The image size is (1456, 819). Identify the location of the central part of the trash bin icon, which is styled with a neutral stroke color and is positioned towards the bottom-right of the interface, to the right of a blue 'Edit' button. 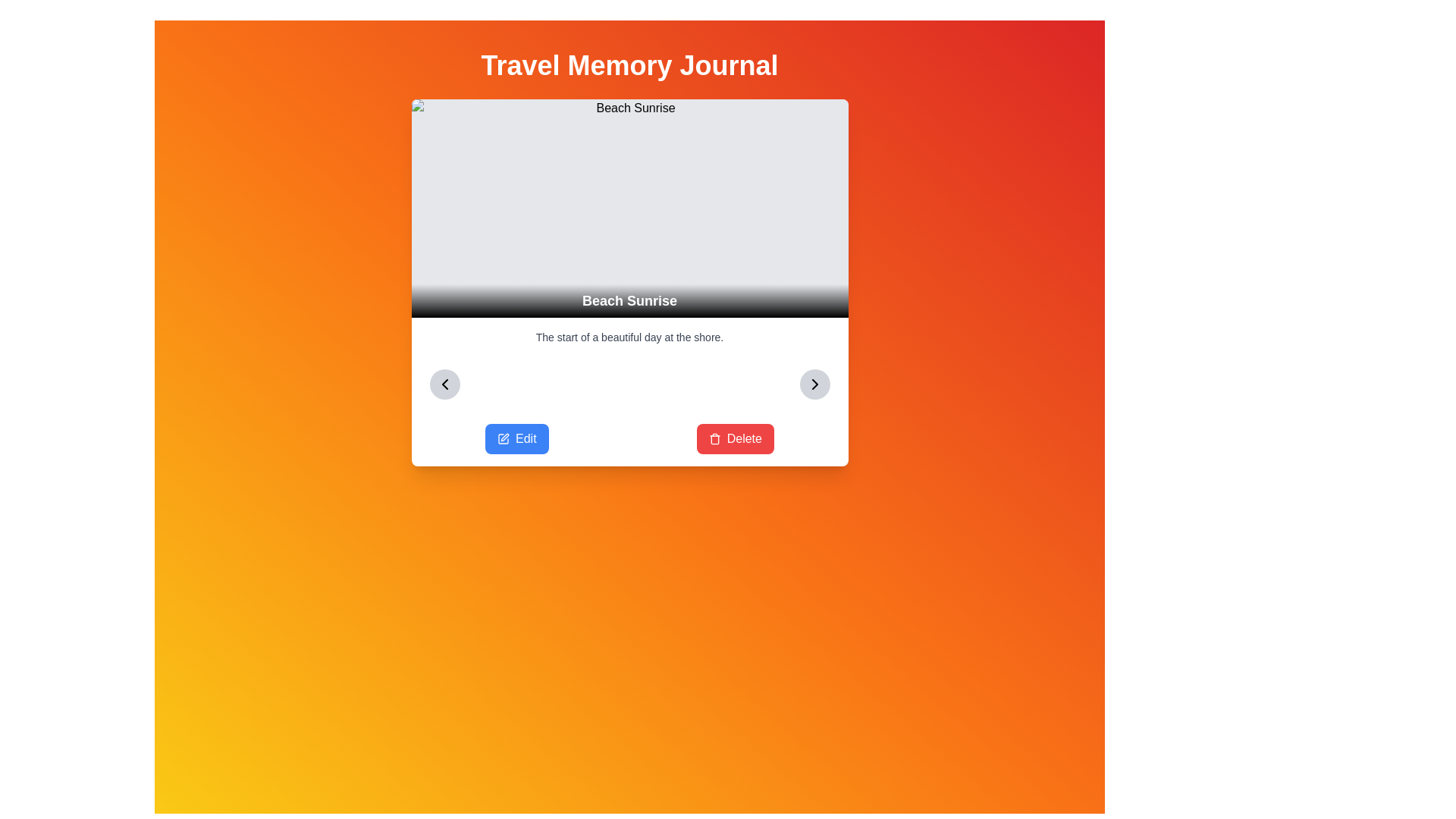
(714, 440).